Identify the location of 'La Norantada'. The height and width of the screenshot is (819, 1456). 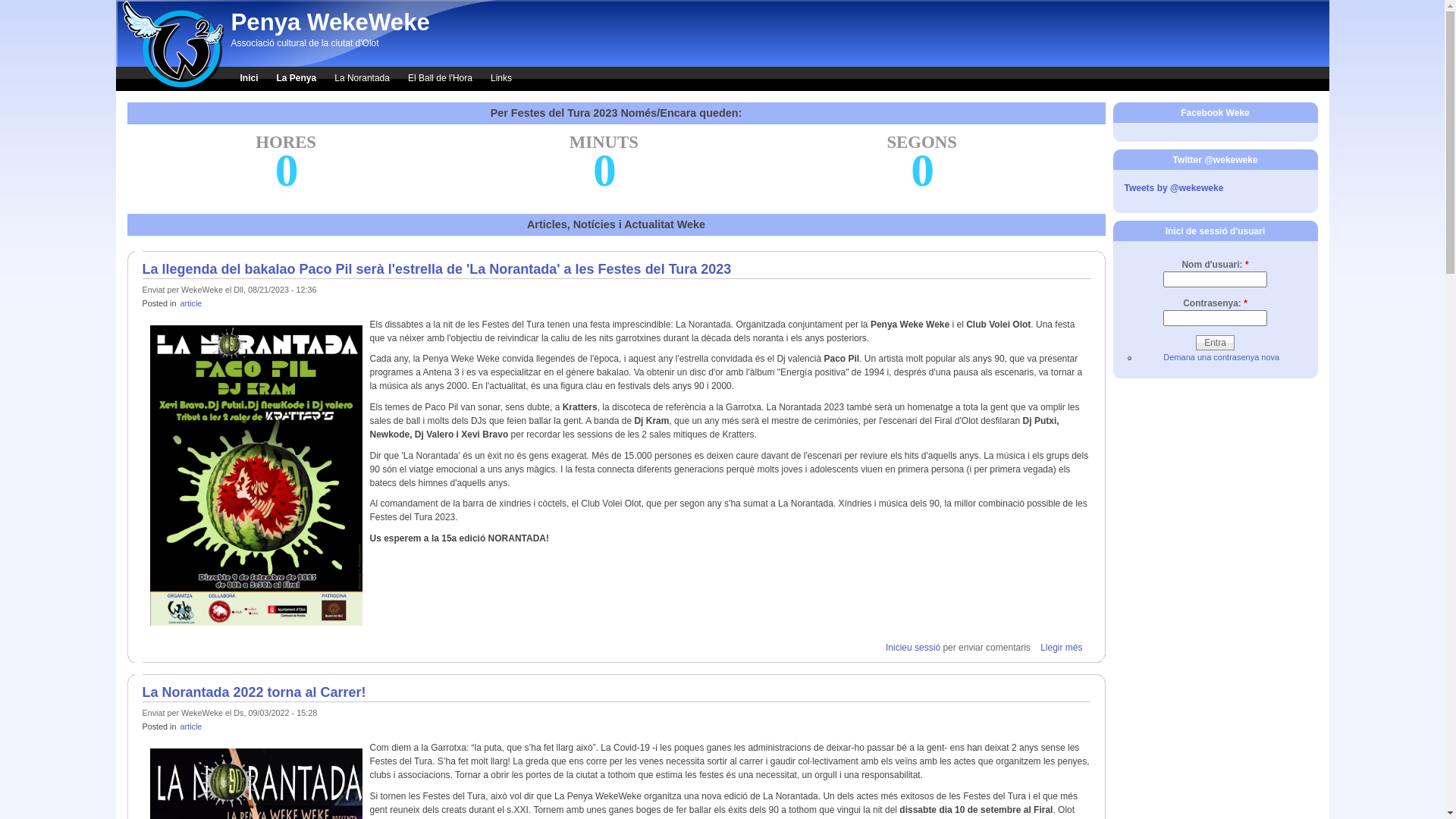
(361, 79).